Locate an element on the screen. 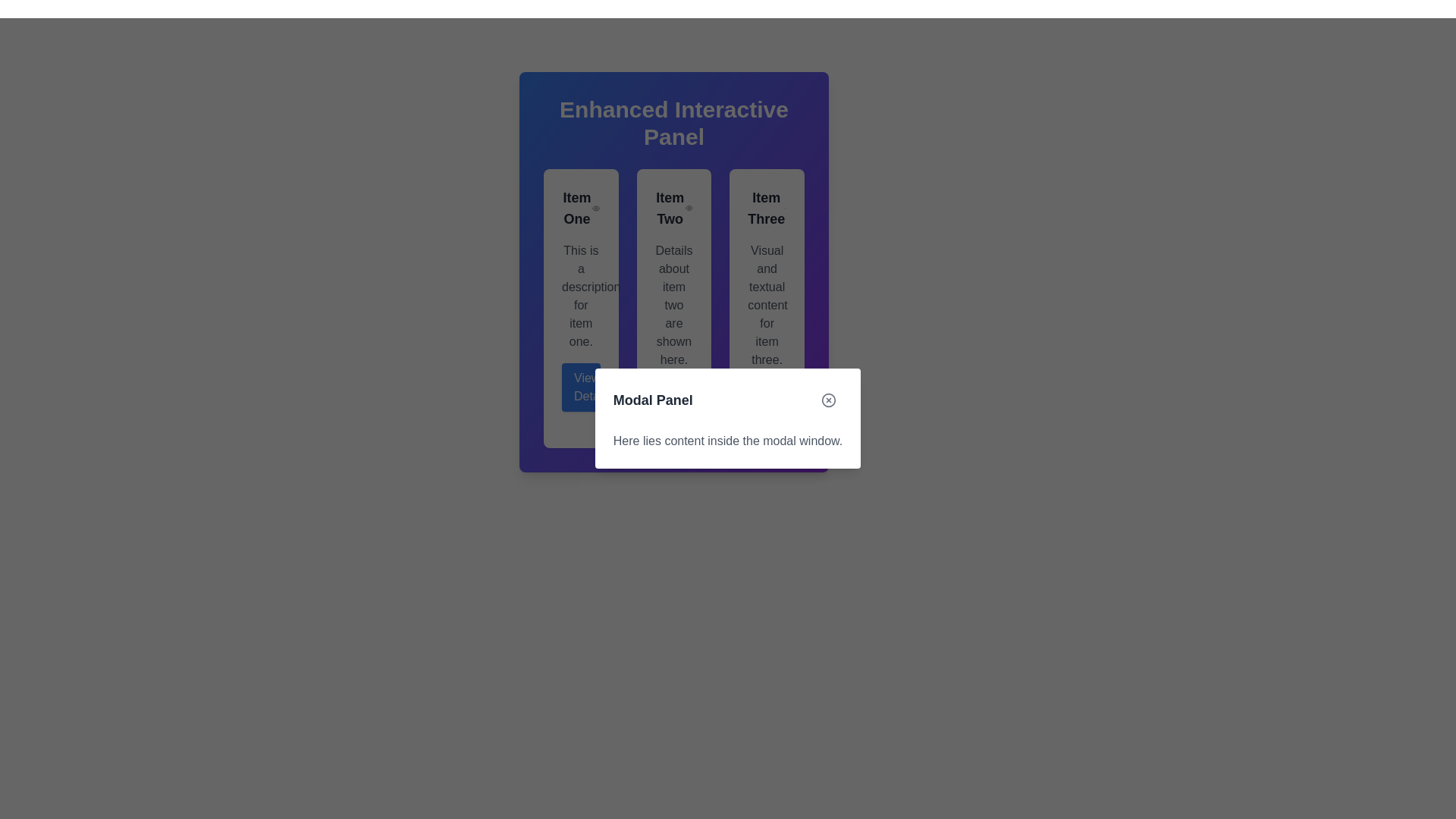  the static text label that serves as the title of the modal dialog, located near the upper left of the modal's header section is located at coordinates (653, 400).